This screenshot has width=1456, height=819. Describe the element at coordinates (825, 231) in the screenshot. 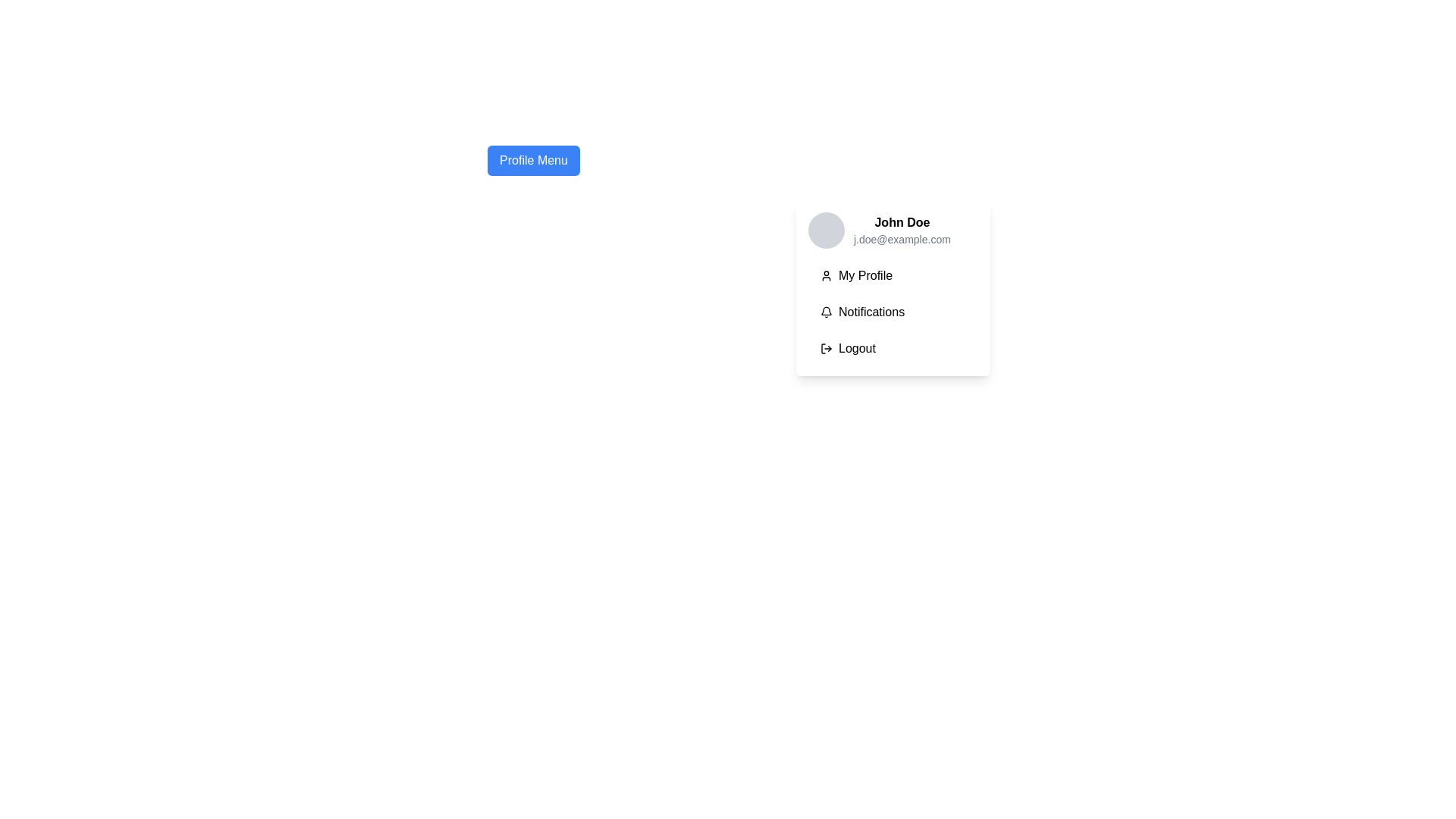

I see `the circular profile picture placeholder with a light gray background located in the upper-left corner of the user information group` at that location.